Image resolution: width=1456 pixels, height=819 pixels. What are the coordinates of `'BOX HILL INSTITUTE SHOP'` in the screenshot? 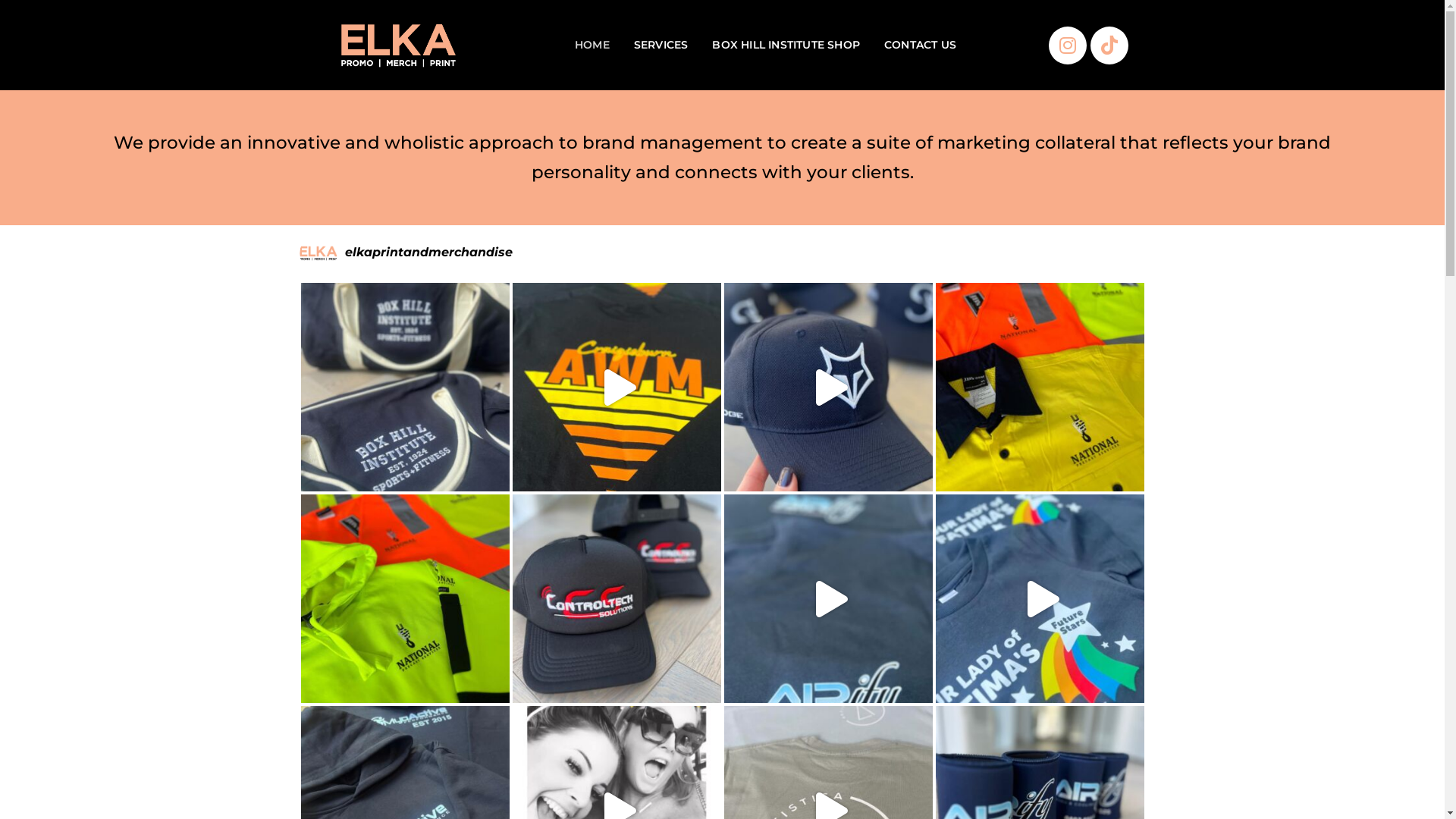 It's located at (786, 44).